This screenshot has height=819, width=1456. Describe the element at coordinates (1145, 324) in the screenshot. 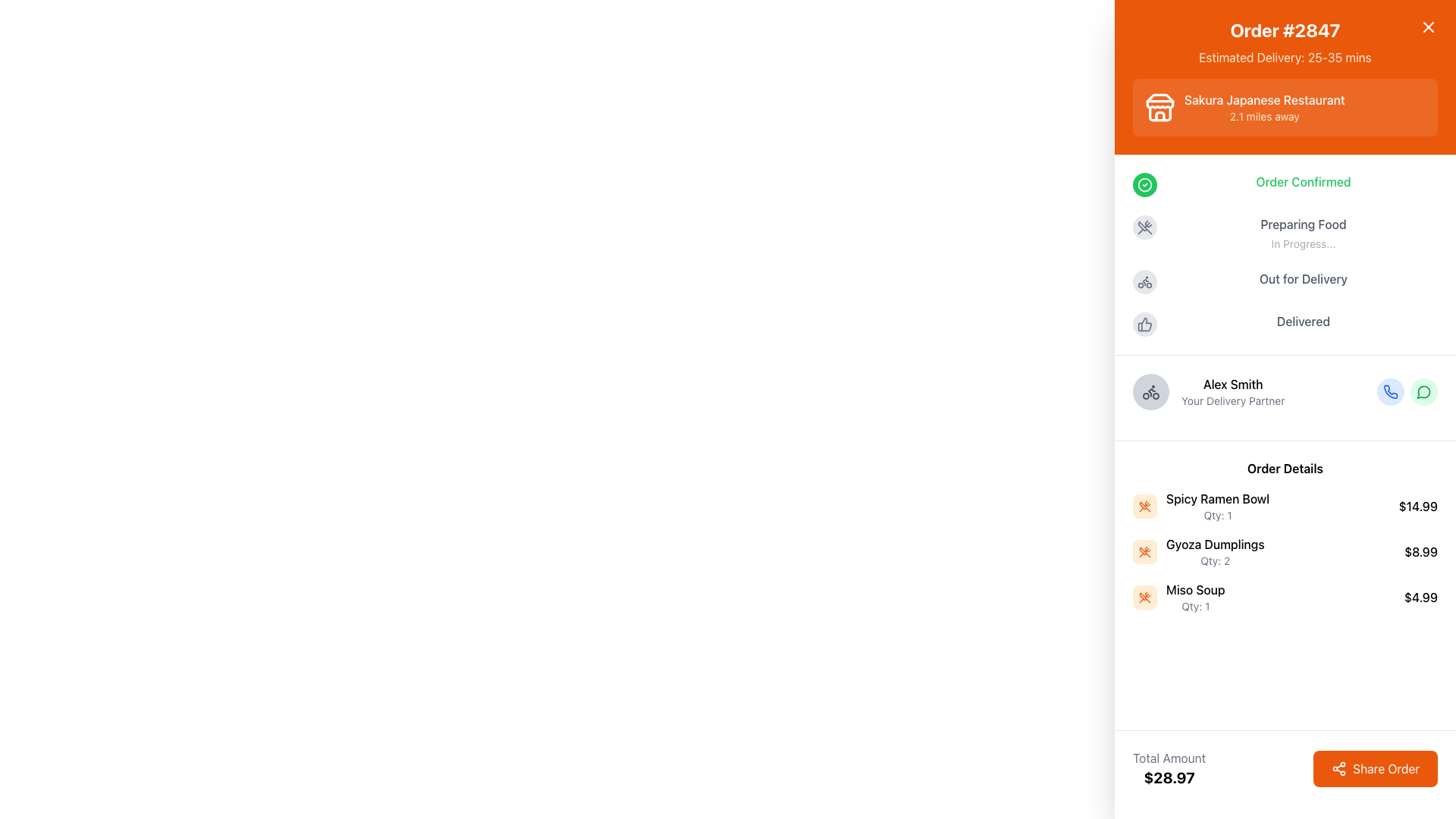

I see `the small light gray thumbs-up icon located in the right-side panel of the interface to interact with the delivery partner's details` at that location.